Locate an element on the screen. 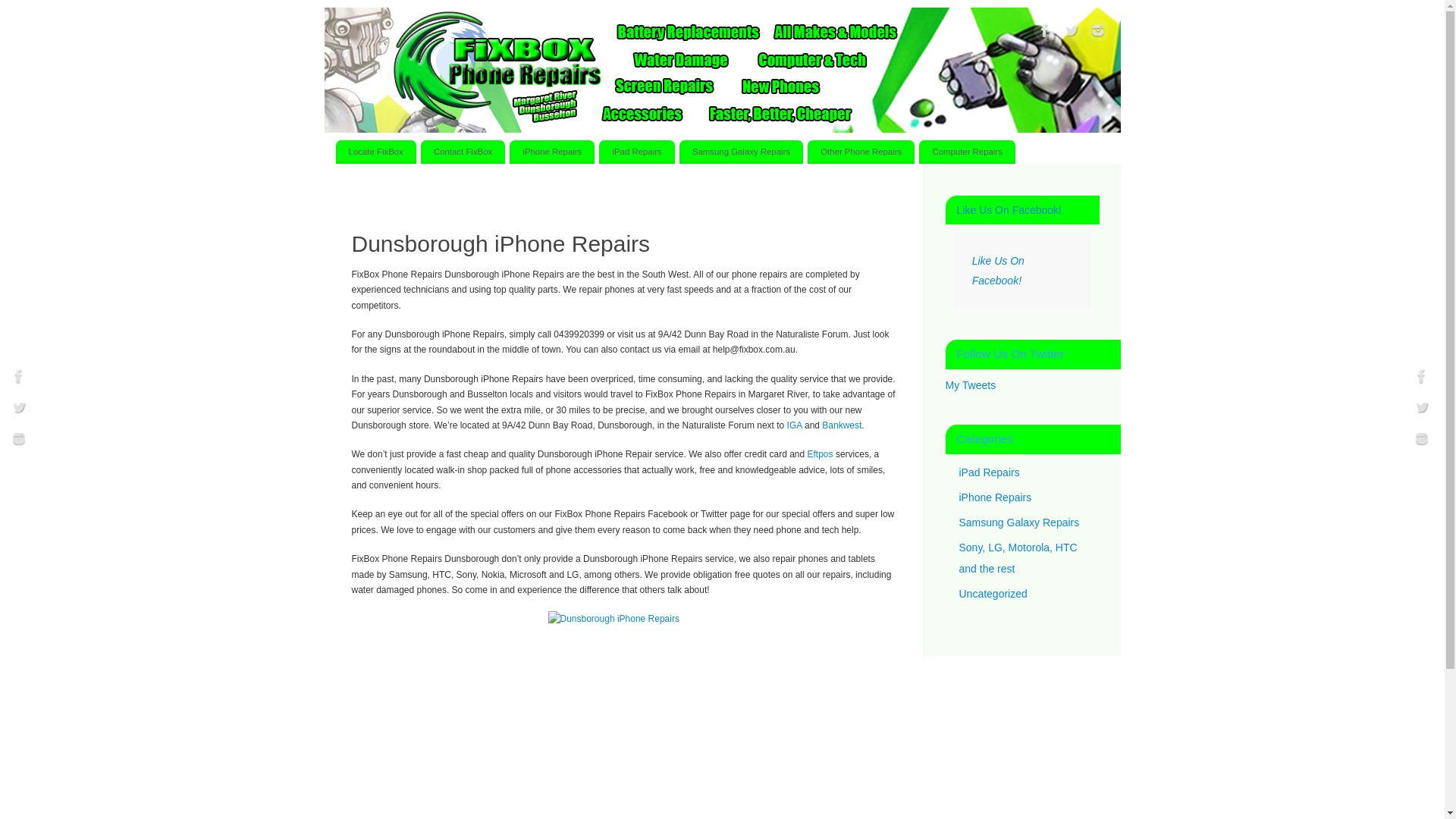 This screenshot has height=819, width=1456. 'Eftpos' is located at coordinates (819, 453).